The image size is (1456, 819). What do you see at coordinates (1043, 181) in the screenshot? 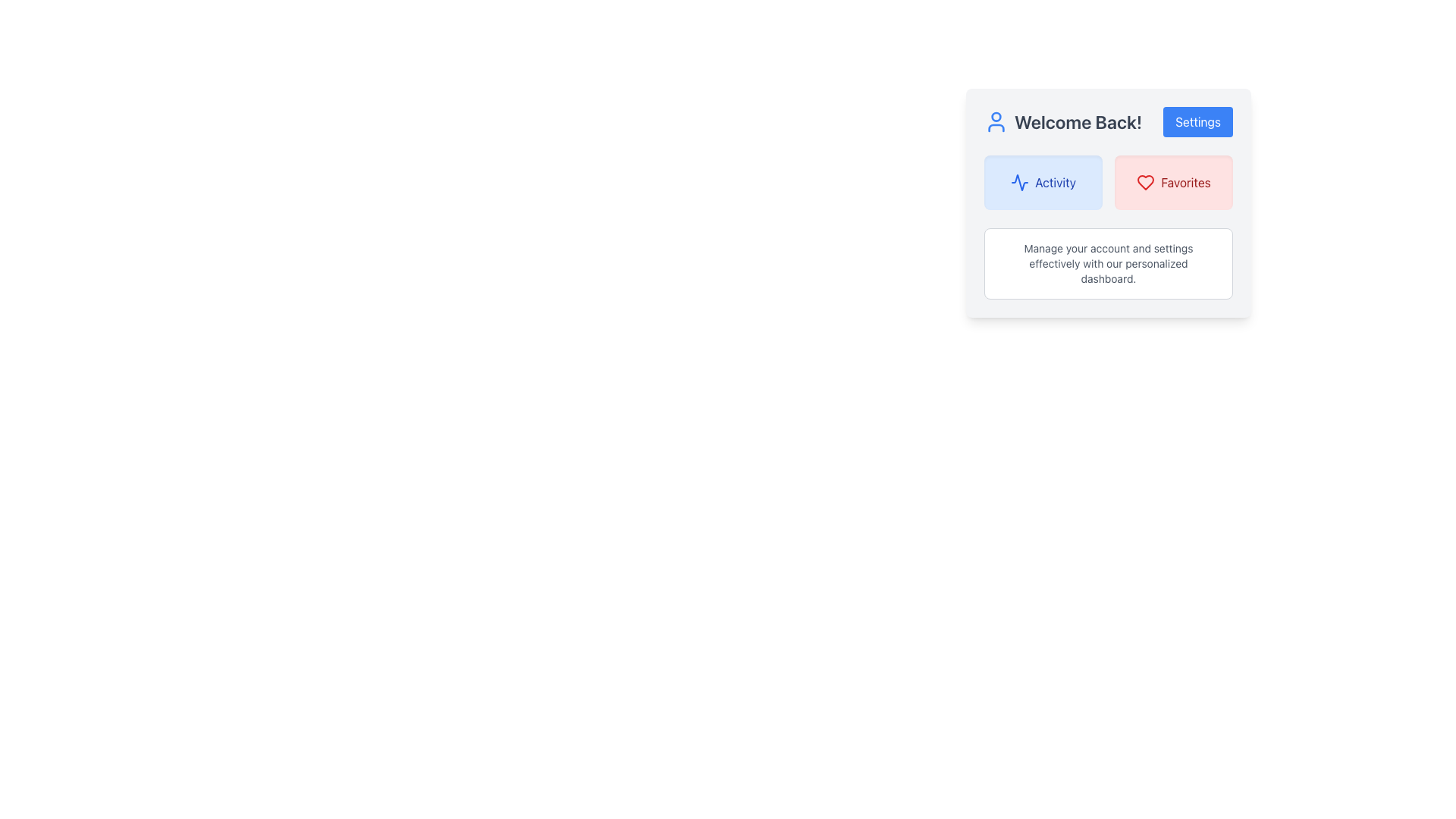
I see `the 'Activity' button, which is a rectangular button with a light blue background and a heartbeat icon, located in the top-left area of a card-like widget under the 'Welcome Back!' heading` at bounding box center [1043, 181].